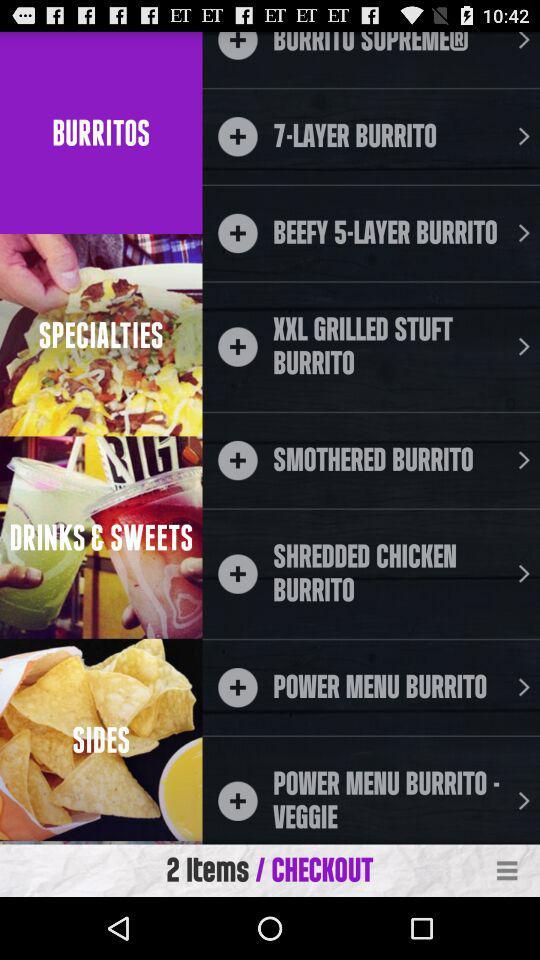  What do you see at coordinates (507, 870) in the screenshot?
I see `more options icon` at bounding box center [507, 870].